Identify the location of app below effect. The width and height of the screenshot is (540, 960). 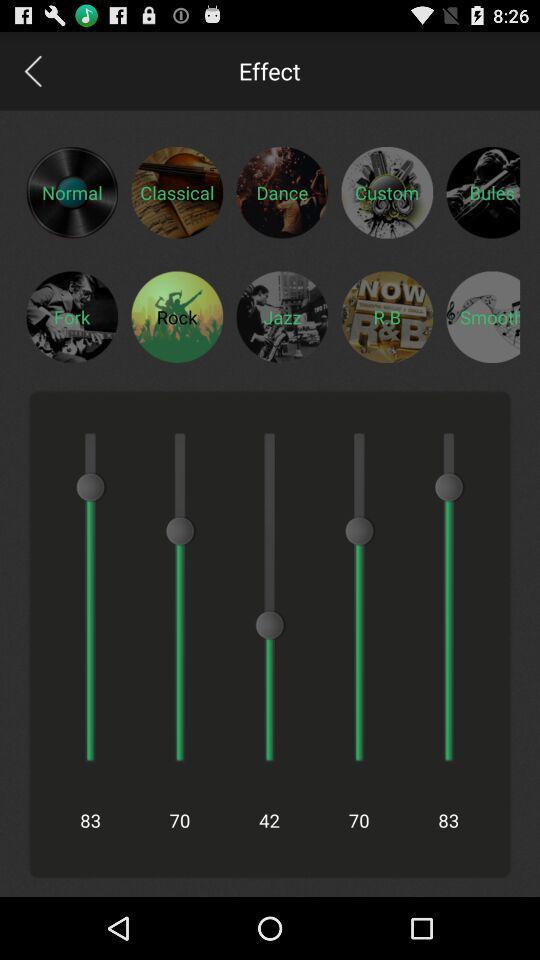
(281, 192).